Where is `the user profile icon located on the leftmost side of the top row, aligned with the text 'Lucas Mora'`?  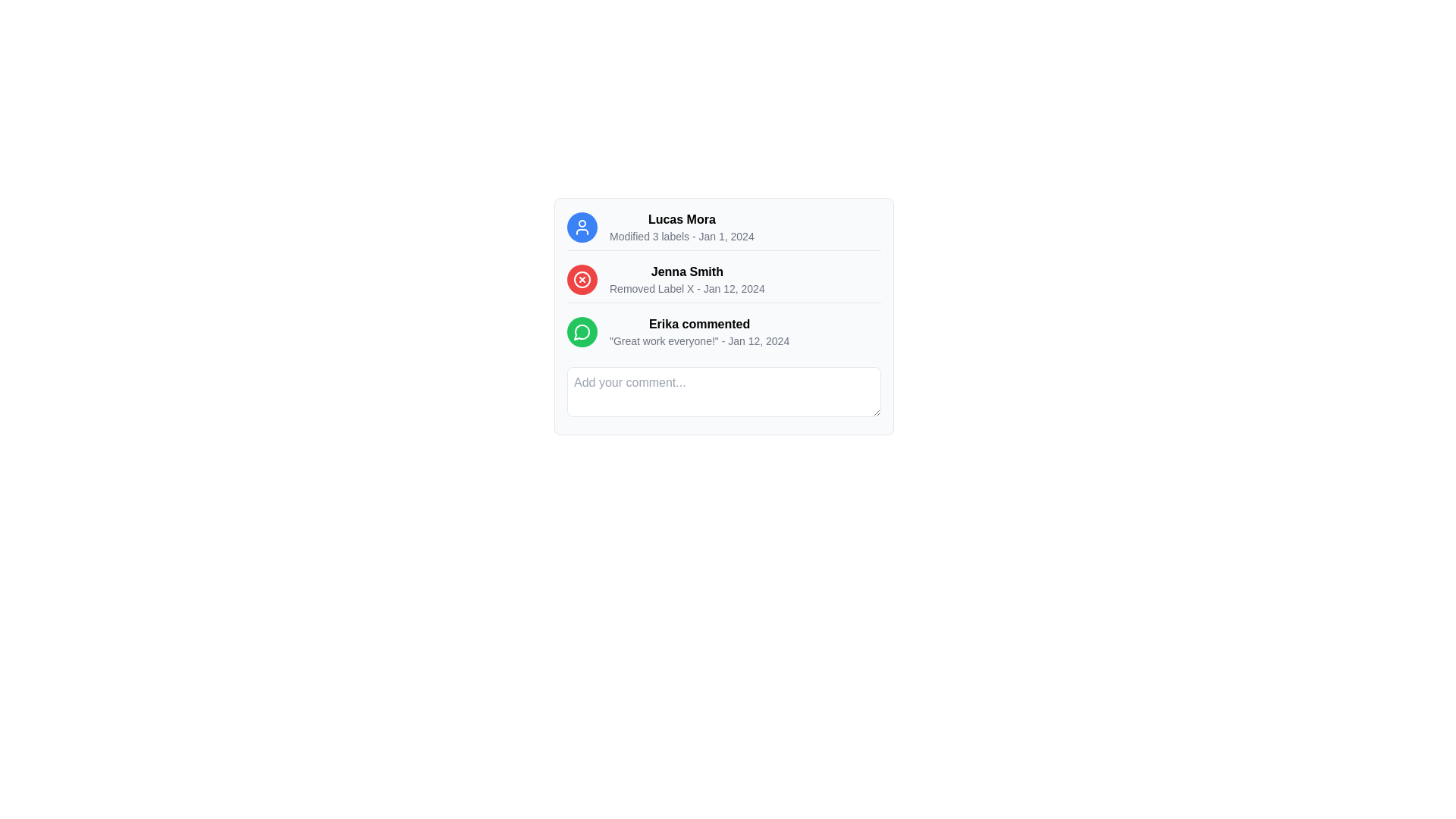
the user profile icon located on the leftmost side of the top row, aligned with the text 'Lucas Mora' is located at coordinates (582, 227).